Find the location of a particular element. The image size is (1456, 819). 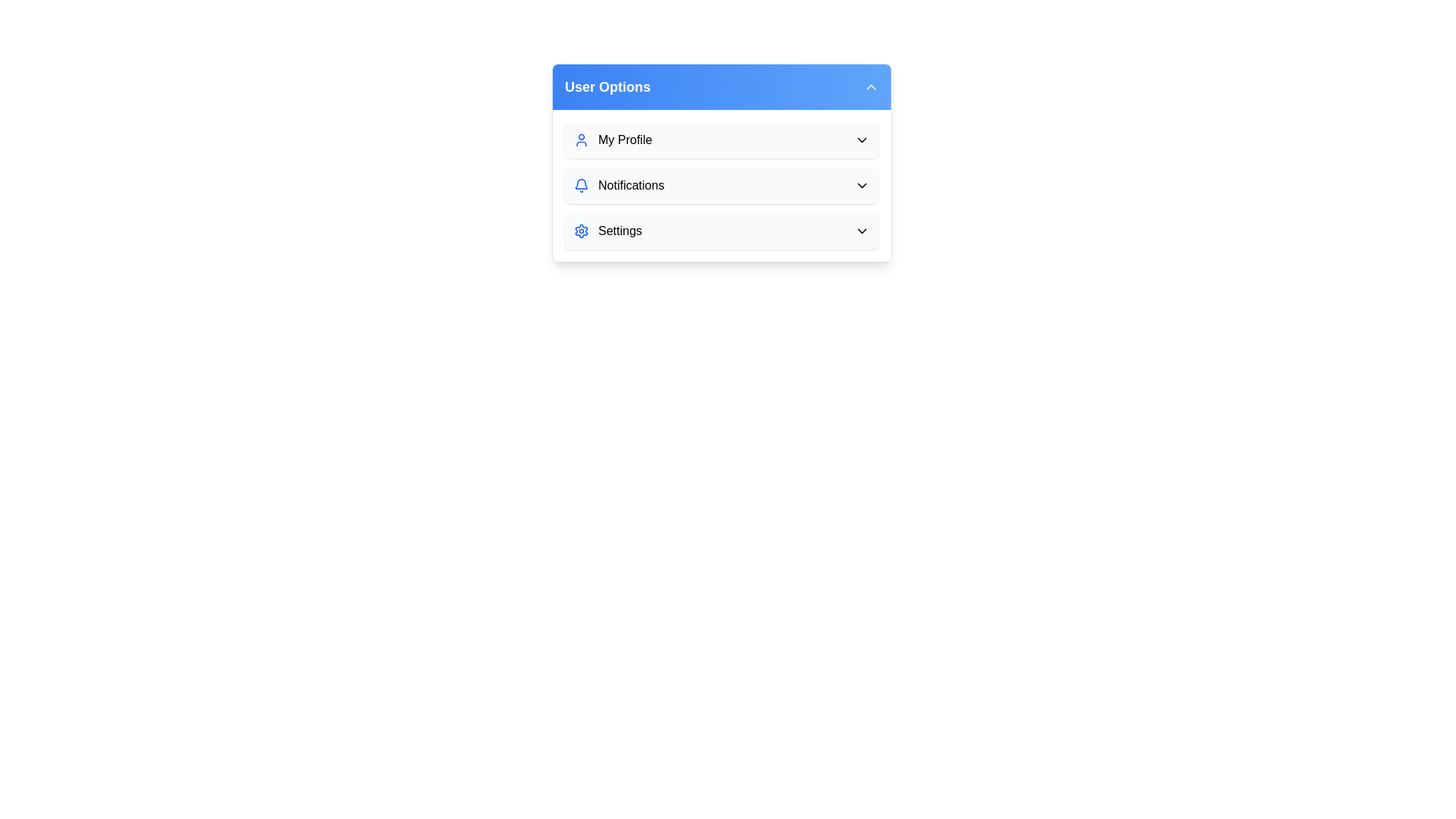

the 'Notifications' text label, which is a dark font color label positioned to the right of a bell icon within the 'User Options' menu panel is located at coordinates (630, 185).